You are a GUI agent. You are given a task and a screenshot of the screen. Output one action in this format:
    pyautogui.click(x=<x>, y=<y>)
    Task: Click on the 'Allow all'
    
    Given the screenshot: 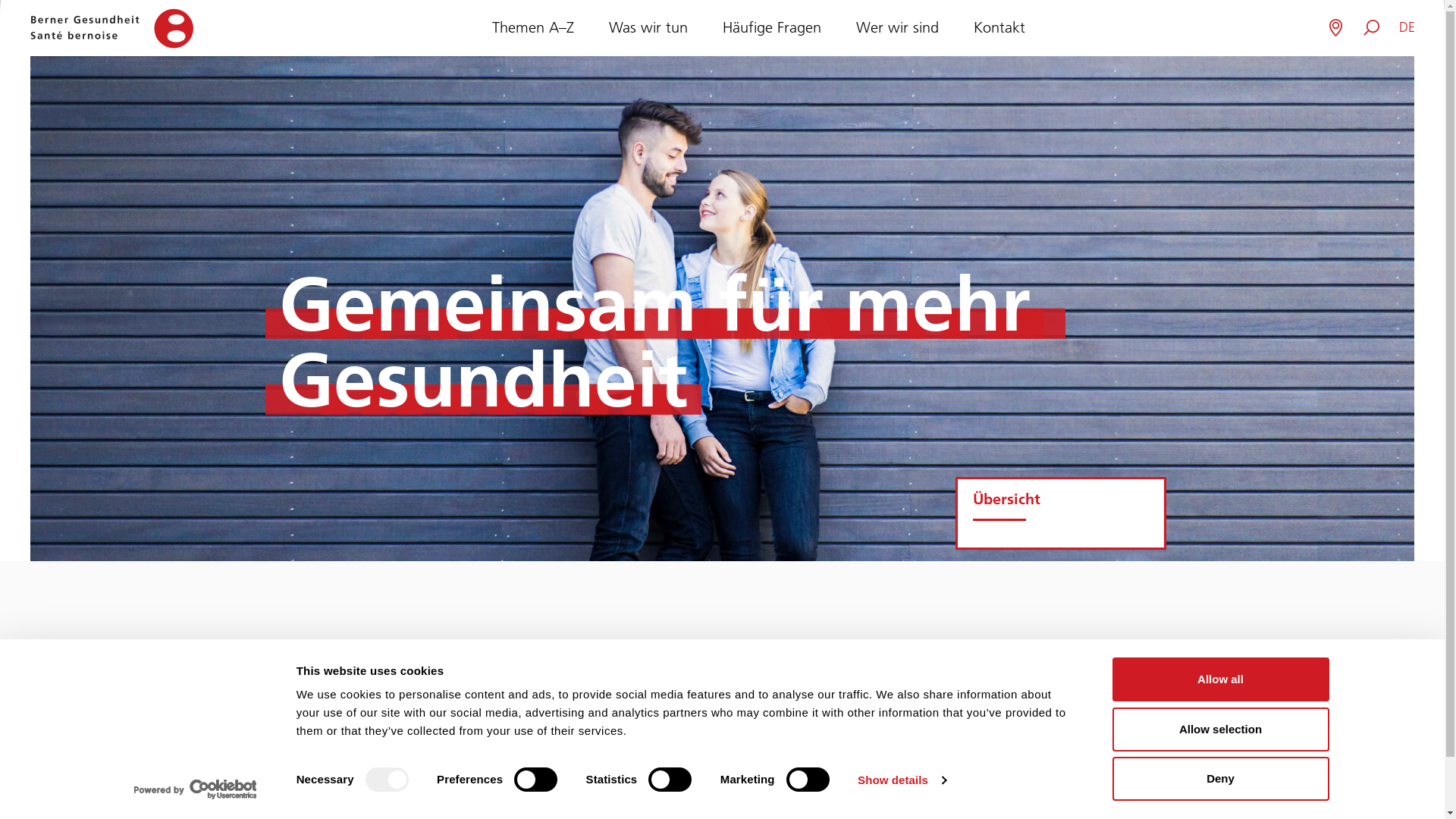 What is the action you would take?
    pyautogui.click(x=1219, y=678)
    